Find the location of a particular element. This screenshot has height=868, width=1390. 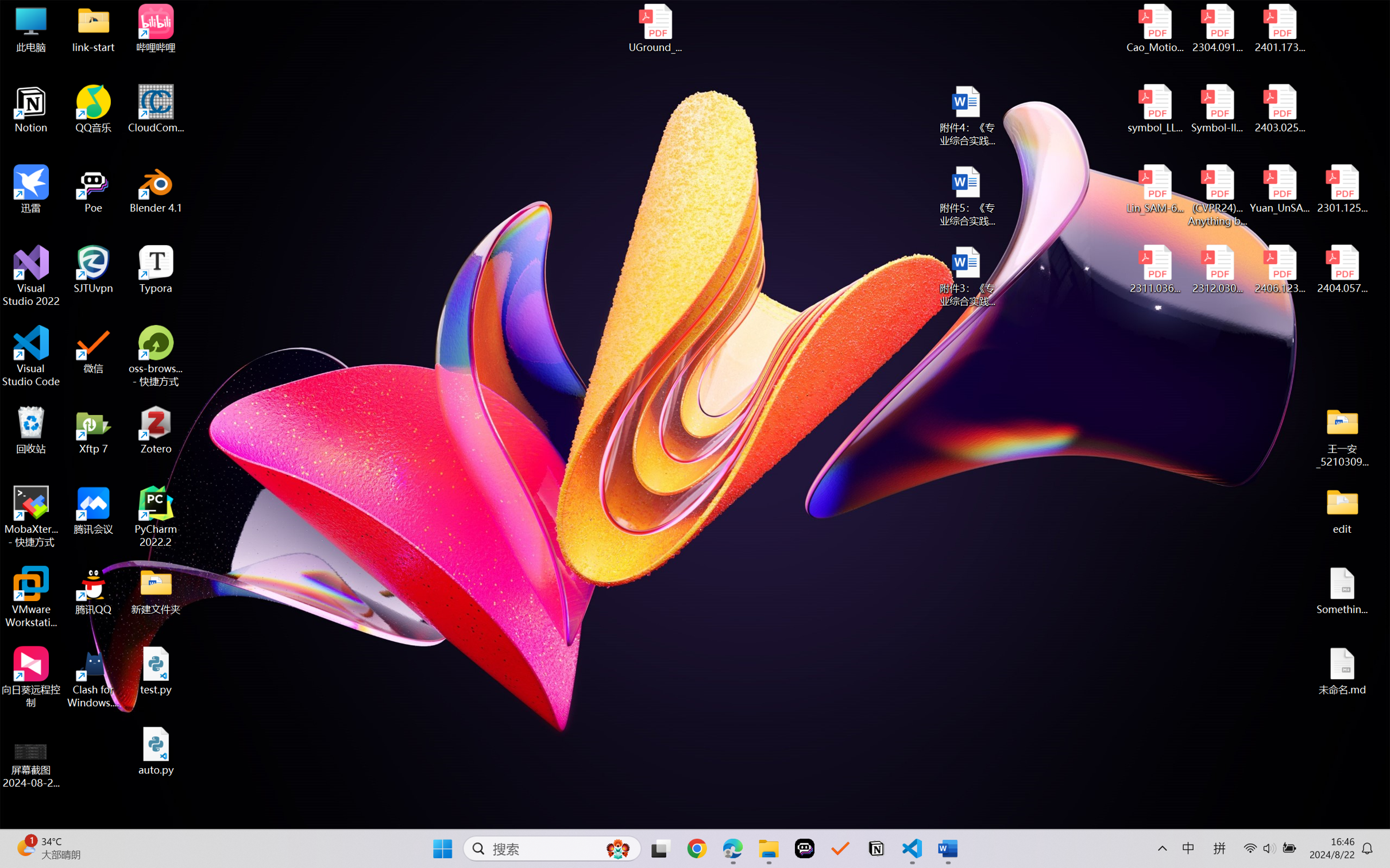

'auto.py' is located at coordinates (156, 751).